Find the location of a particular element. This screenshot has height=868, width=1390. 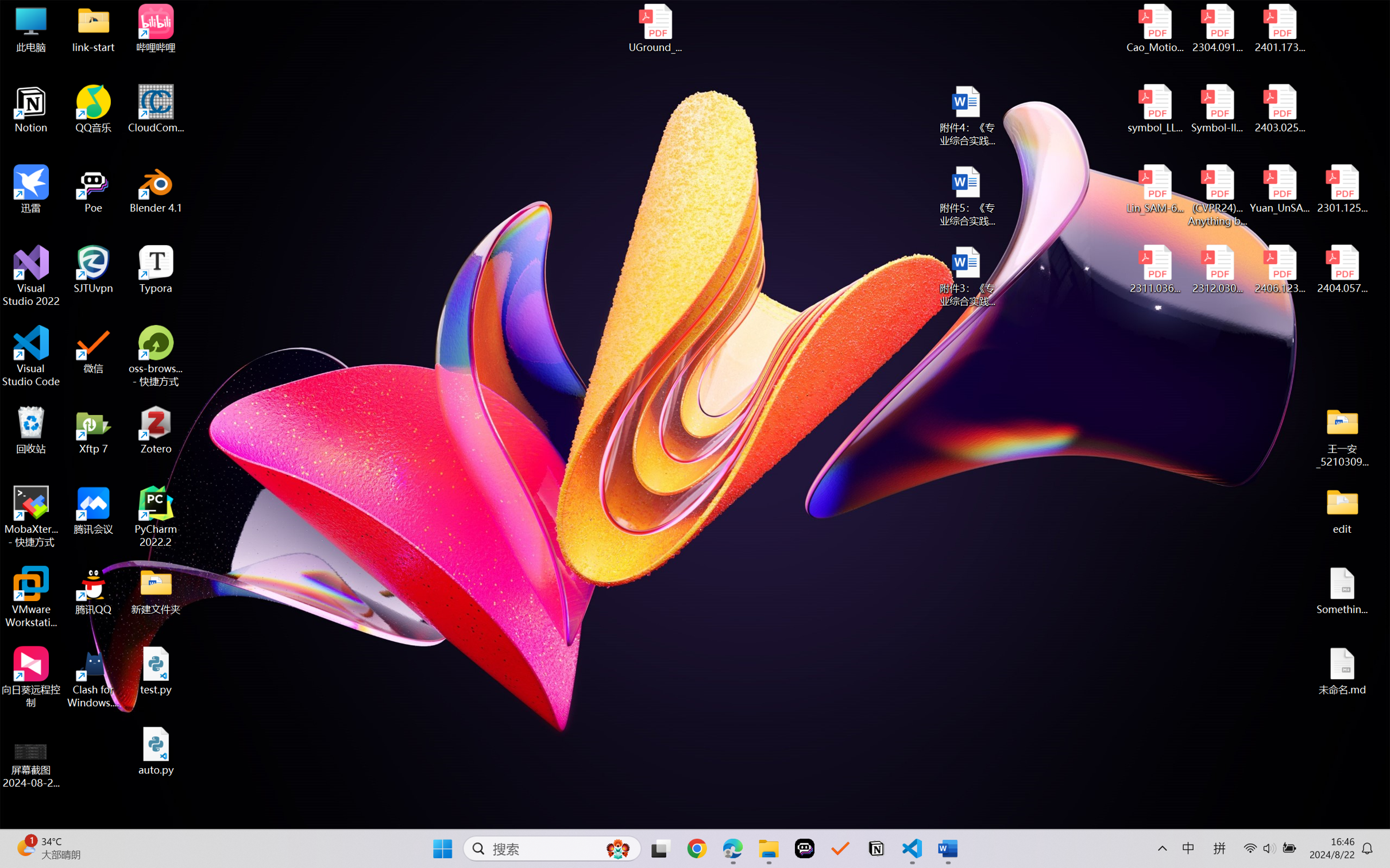

'auto.py' is located at coordinates (156, 751).